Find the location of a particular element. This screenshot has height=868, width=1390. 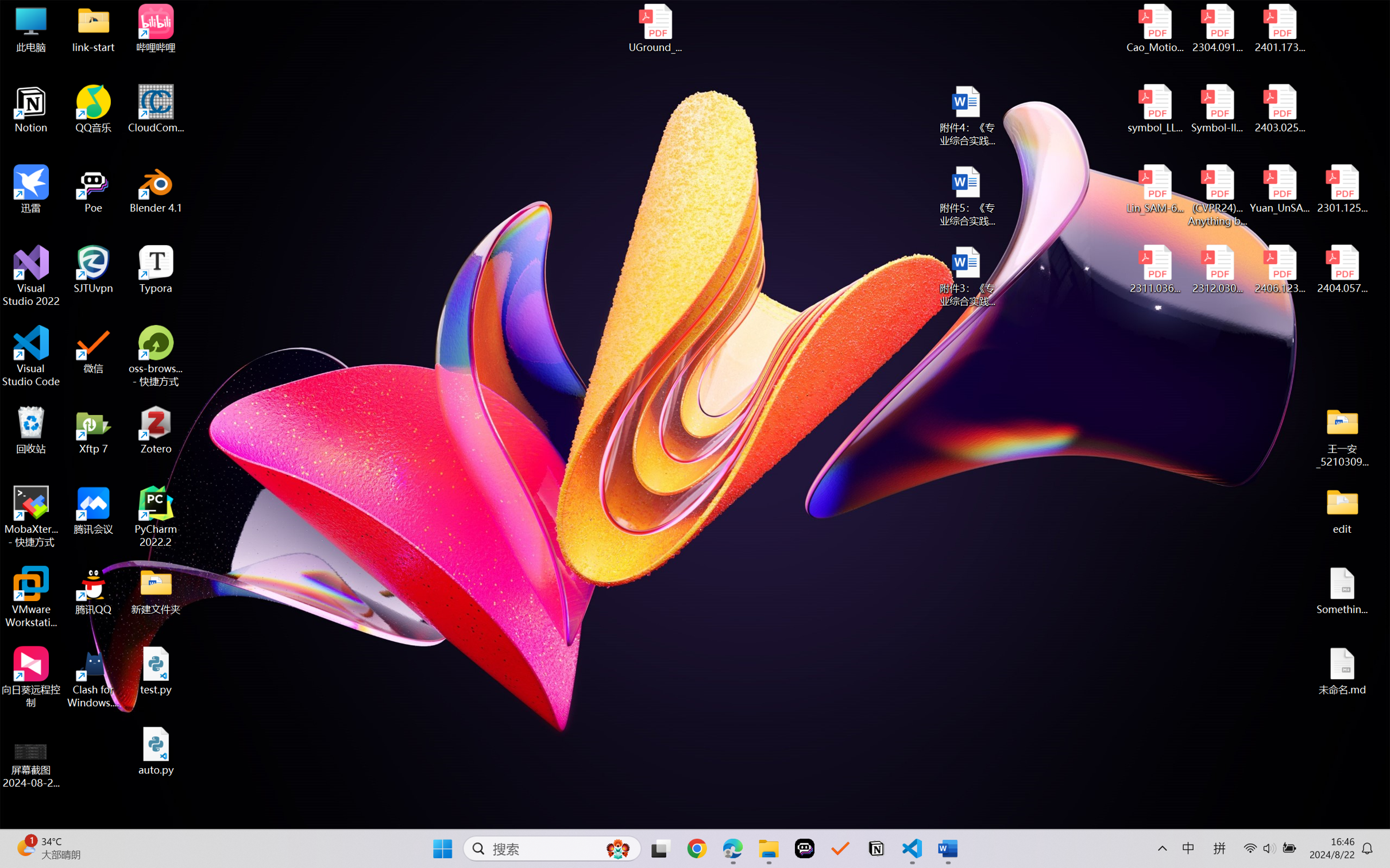

'auto.py' is located at coordinates (156, 751).